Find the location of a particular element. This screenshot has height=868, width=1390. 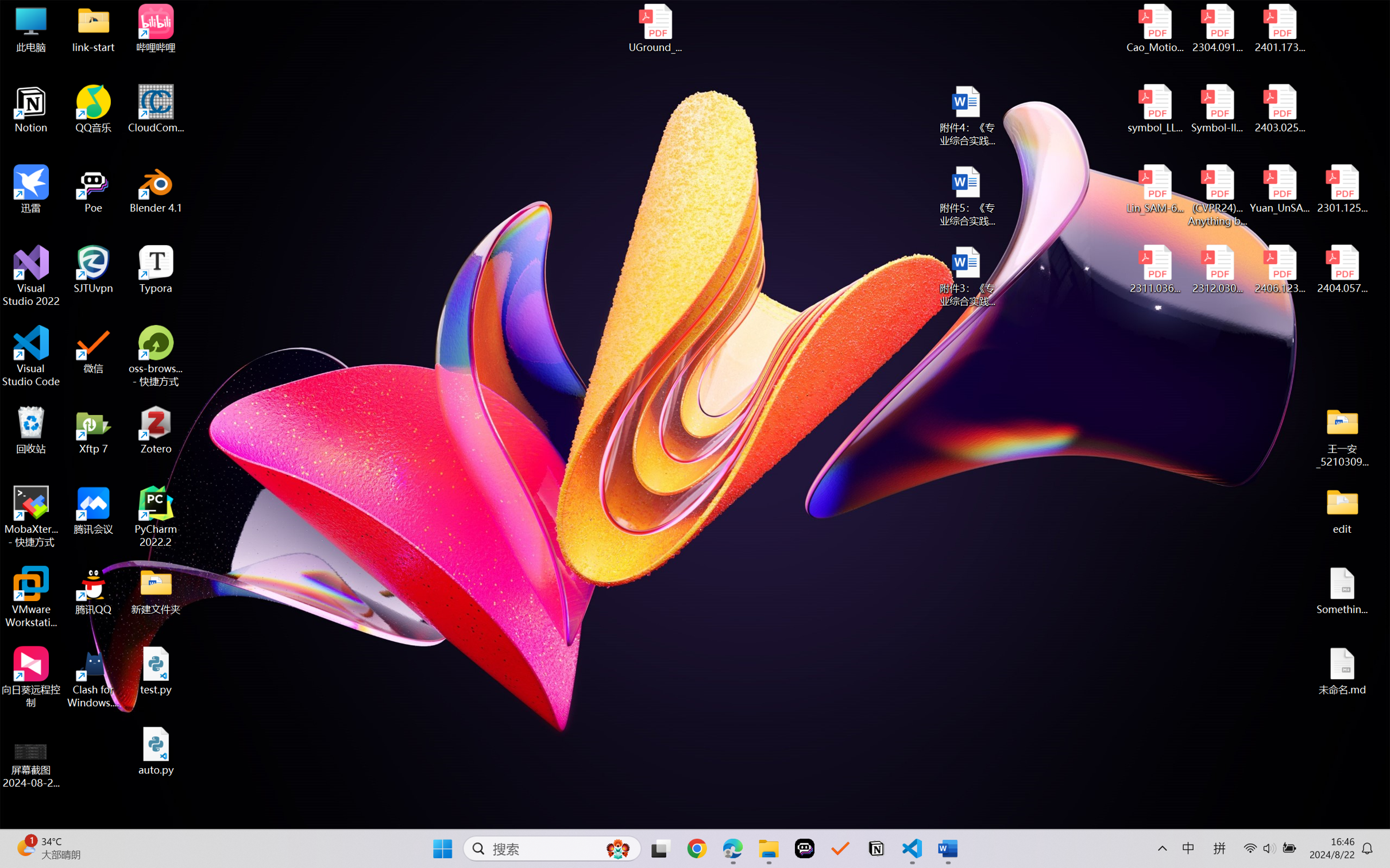

'auto.py' is located at coordinates (156, 751).